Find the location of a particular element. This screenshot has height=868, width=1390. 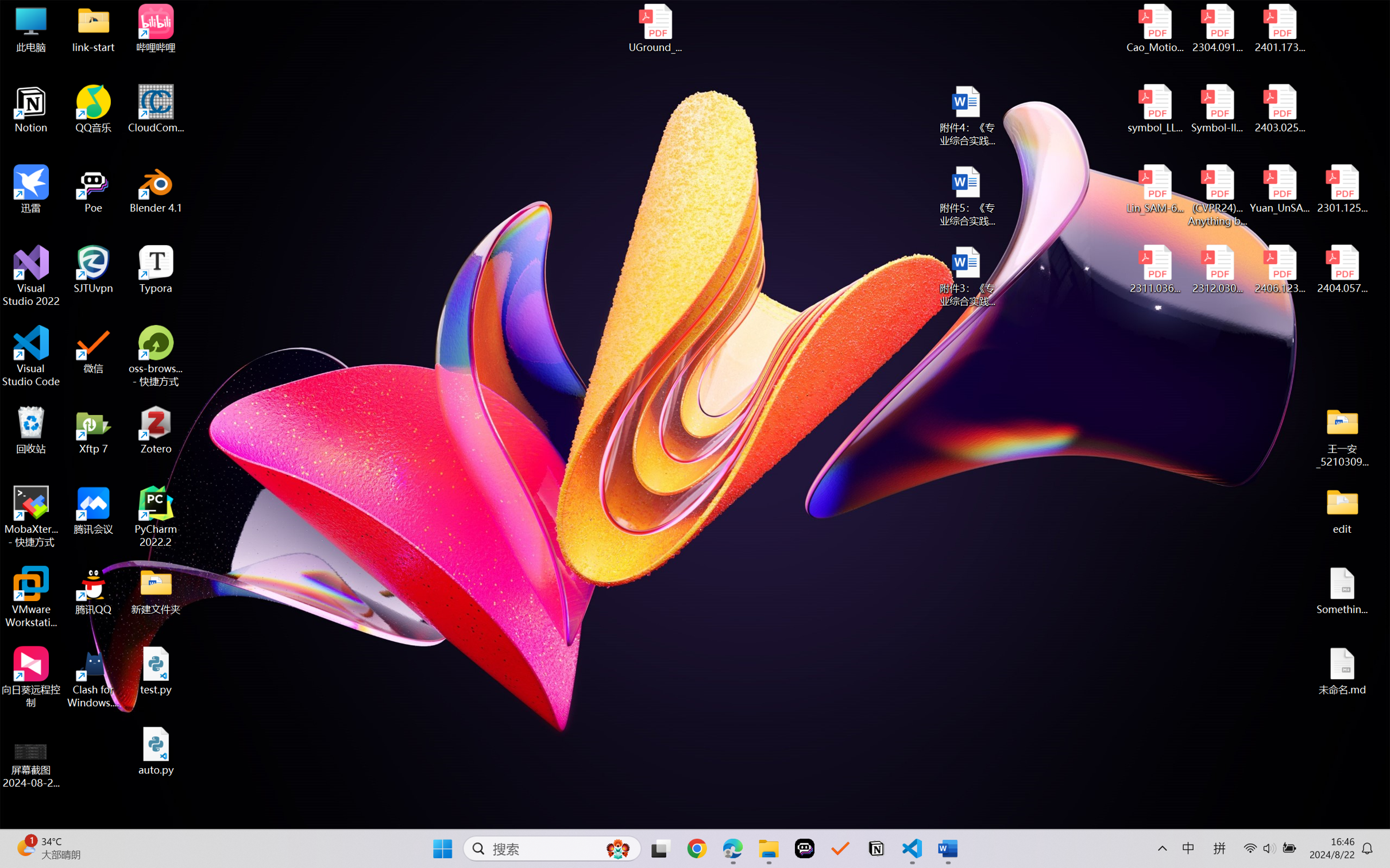

'auto.py' is located at coordinates (156, 751).